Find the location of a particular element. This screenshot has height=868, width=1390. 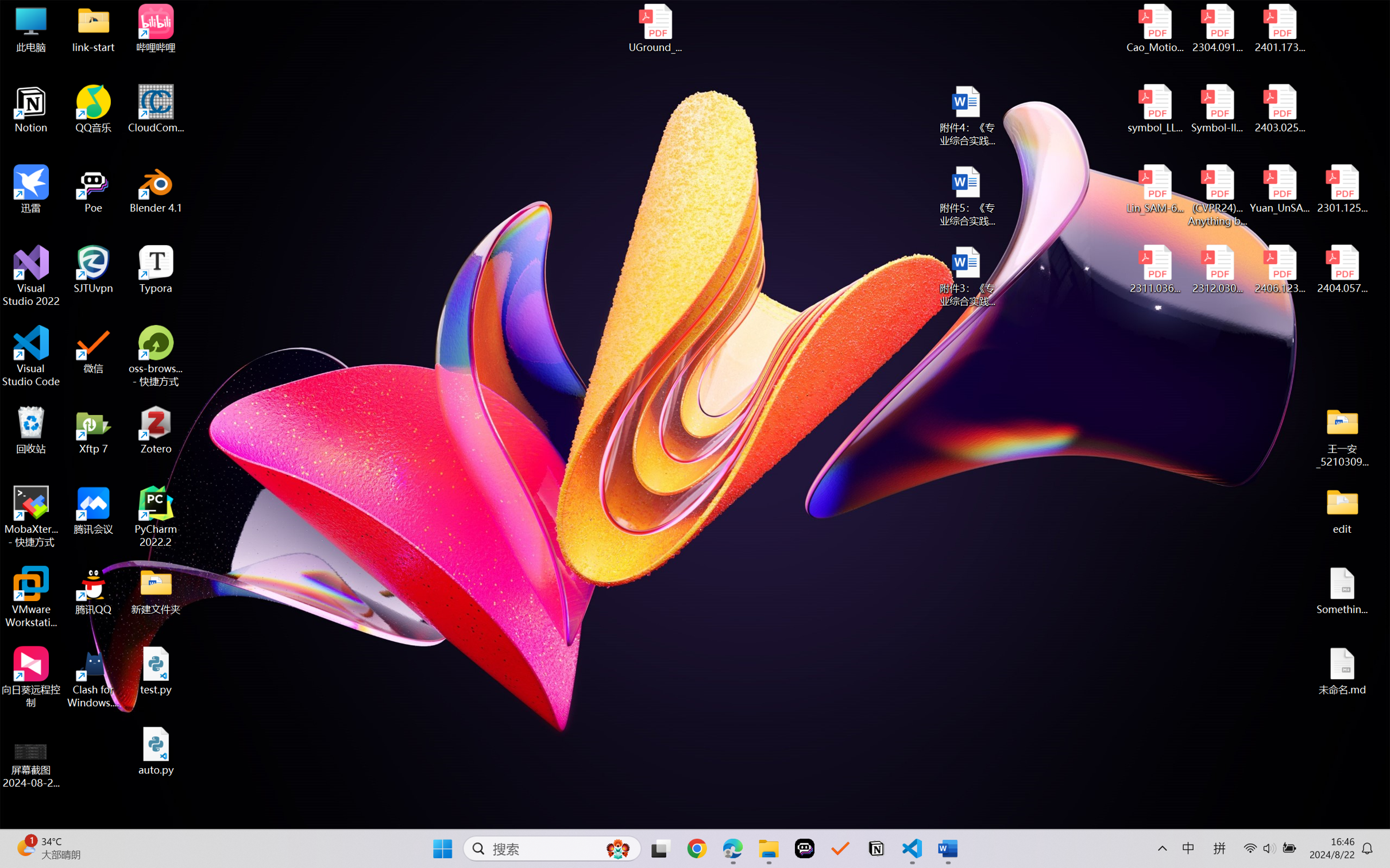

'auto.py' is located at coordinates (156, 751).